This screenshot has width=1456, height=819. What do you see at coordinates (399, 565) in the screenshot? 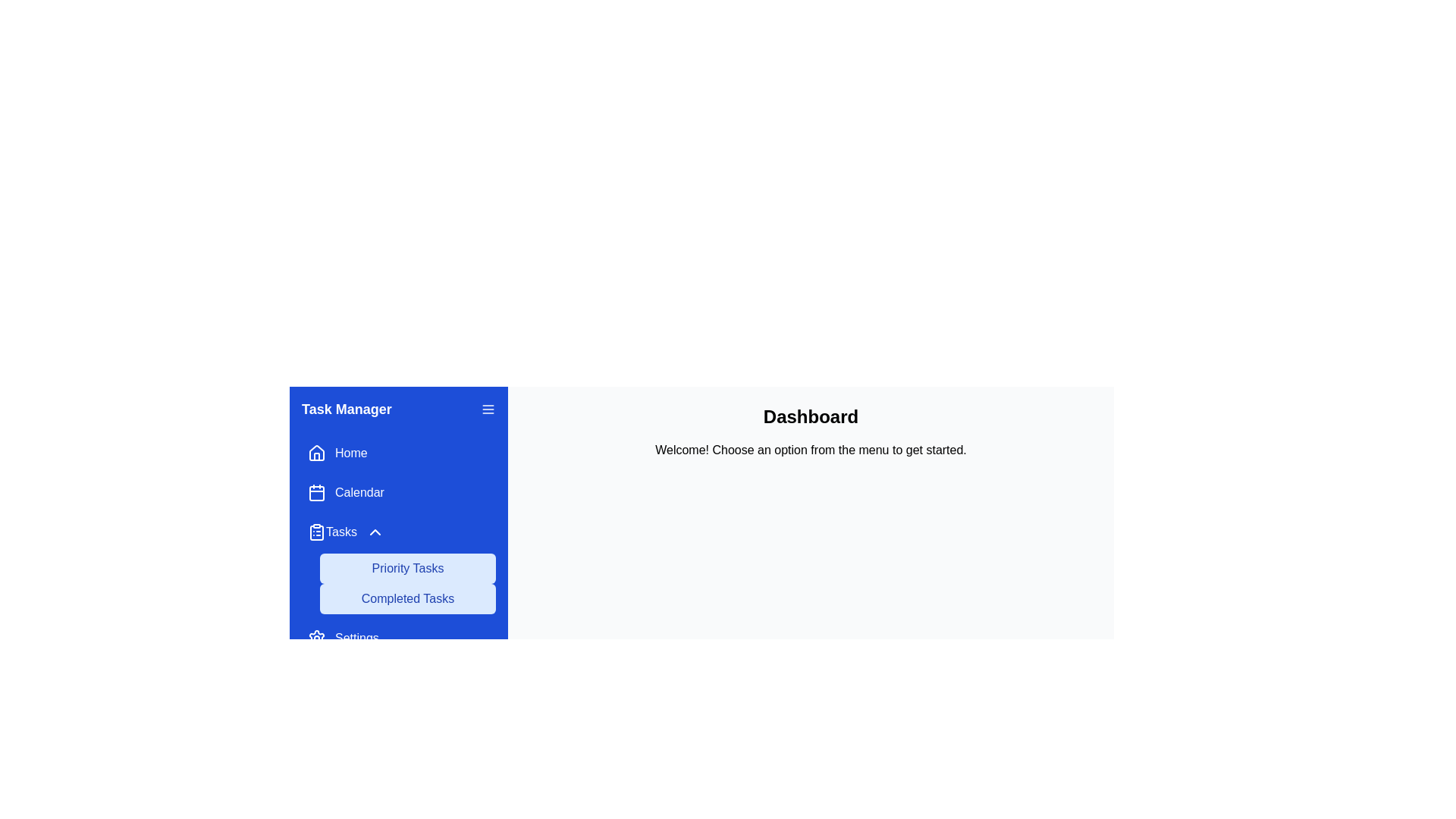
I see `the 'Priority Tasks' list item located in the sidebar under the 'Tasks' expandable section` at bounding box center [399, 565].